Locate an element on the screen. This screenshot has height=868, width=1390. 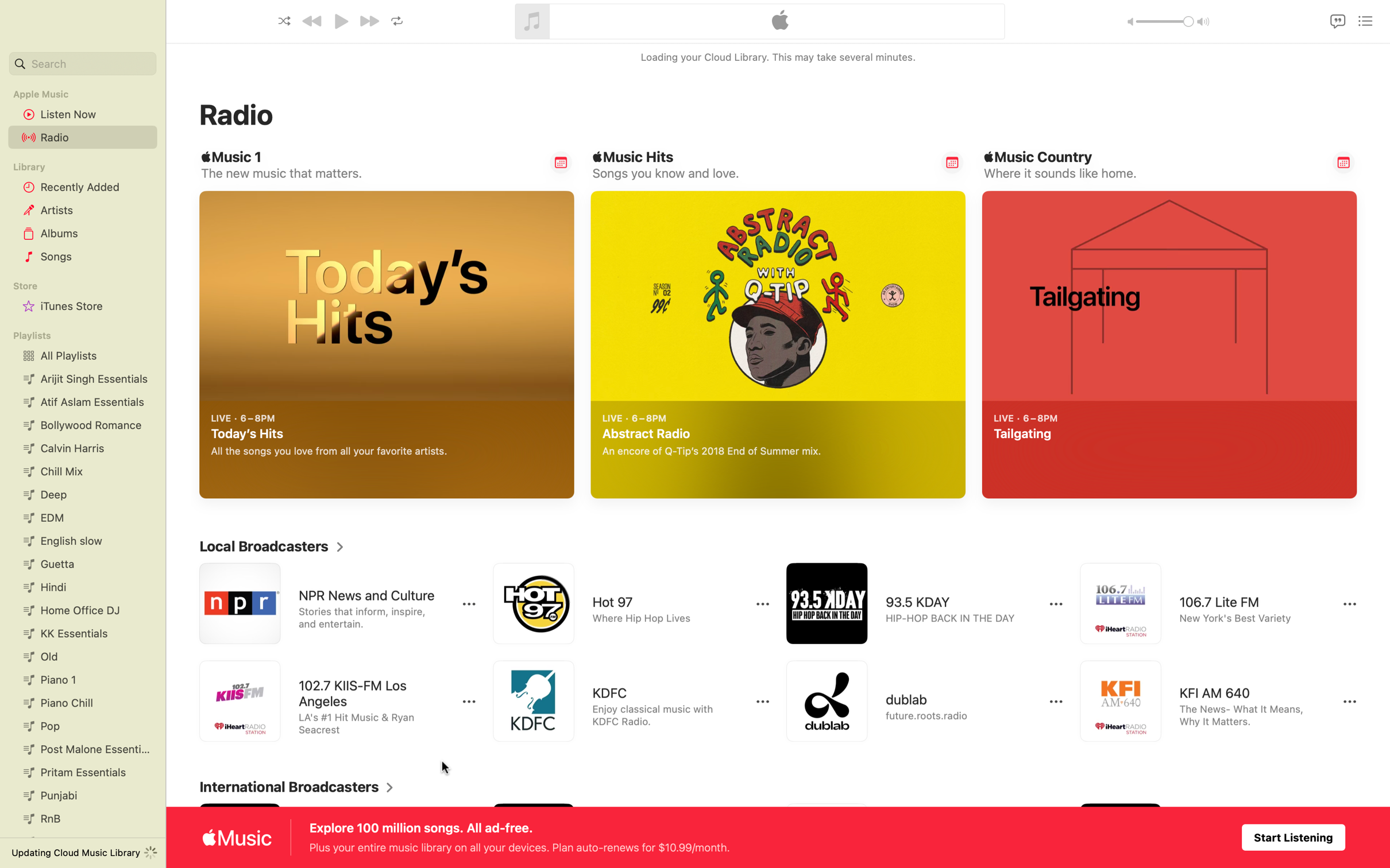
Play 93.5 KDAY is located at coordinates (913, 603).